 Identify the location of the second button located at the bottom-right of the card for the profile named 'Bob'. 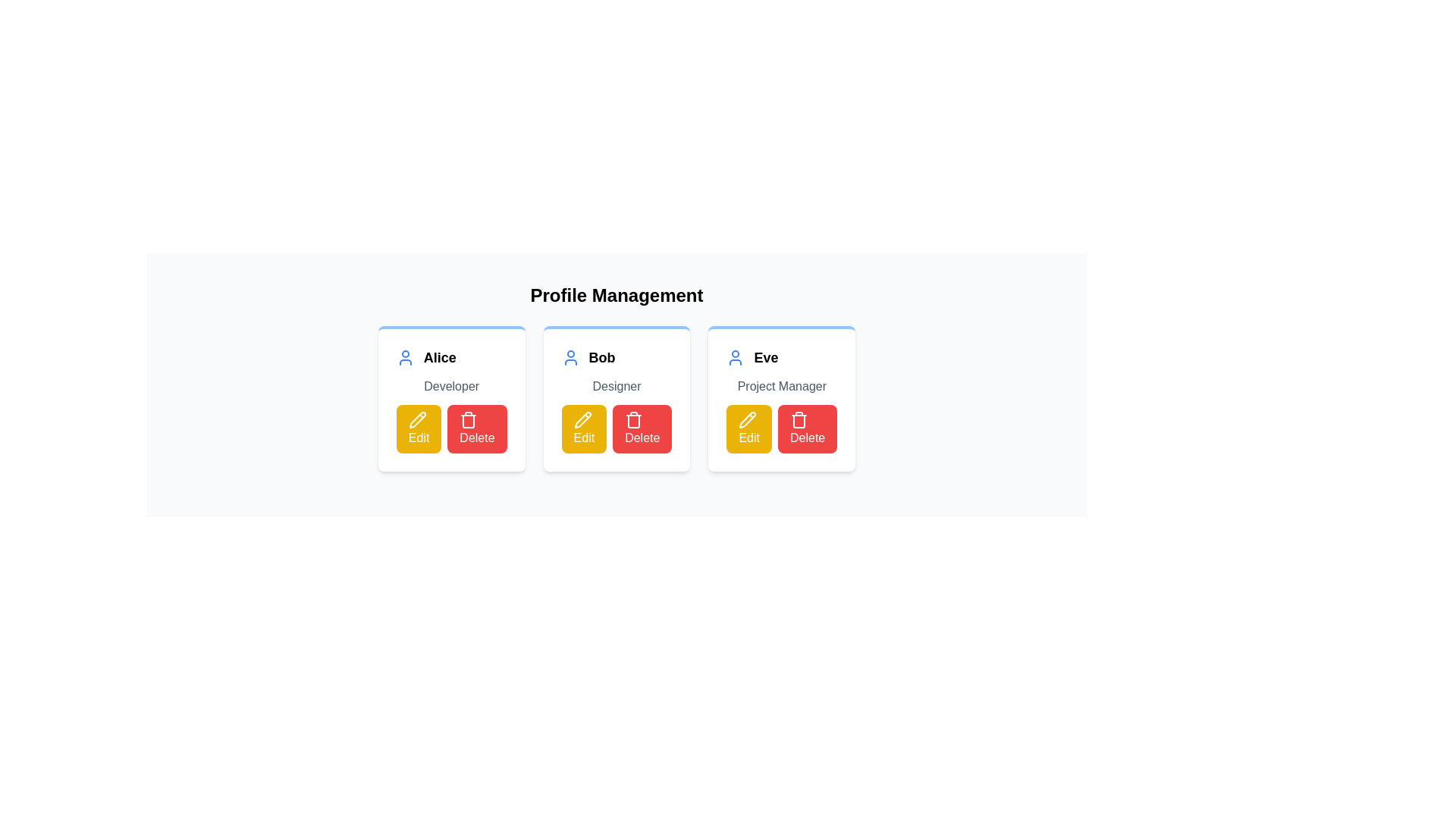
(642, 429).